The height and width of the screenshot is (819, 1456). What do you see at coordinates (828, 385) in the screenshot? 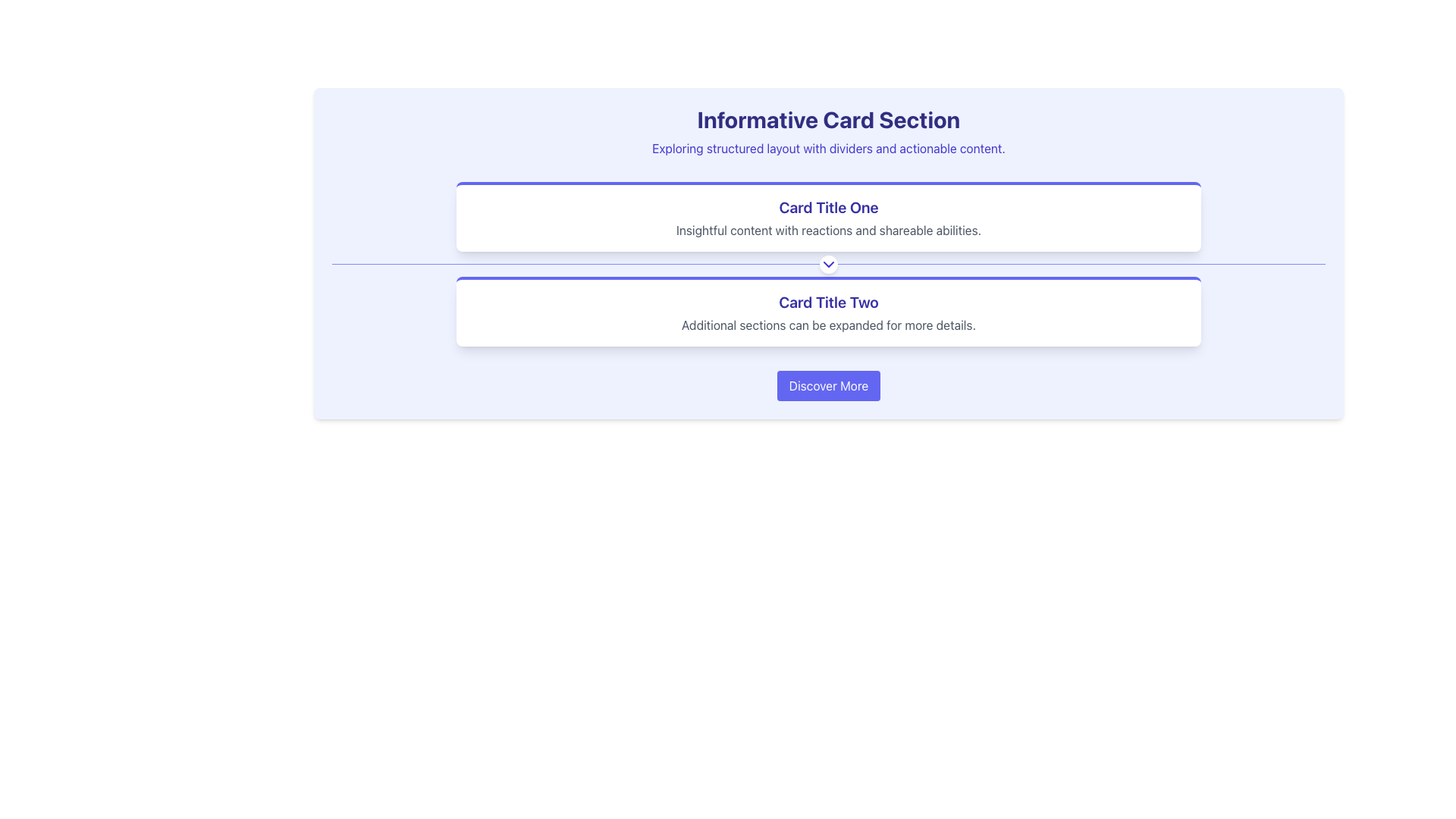
I see `the 'Discover More' button` at bounding box center [828, 385].